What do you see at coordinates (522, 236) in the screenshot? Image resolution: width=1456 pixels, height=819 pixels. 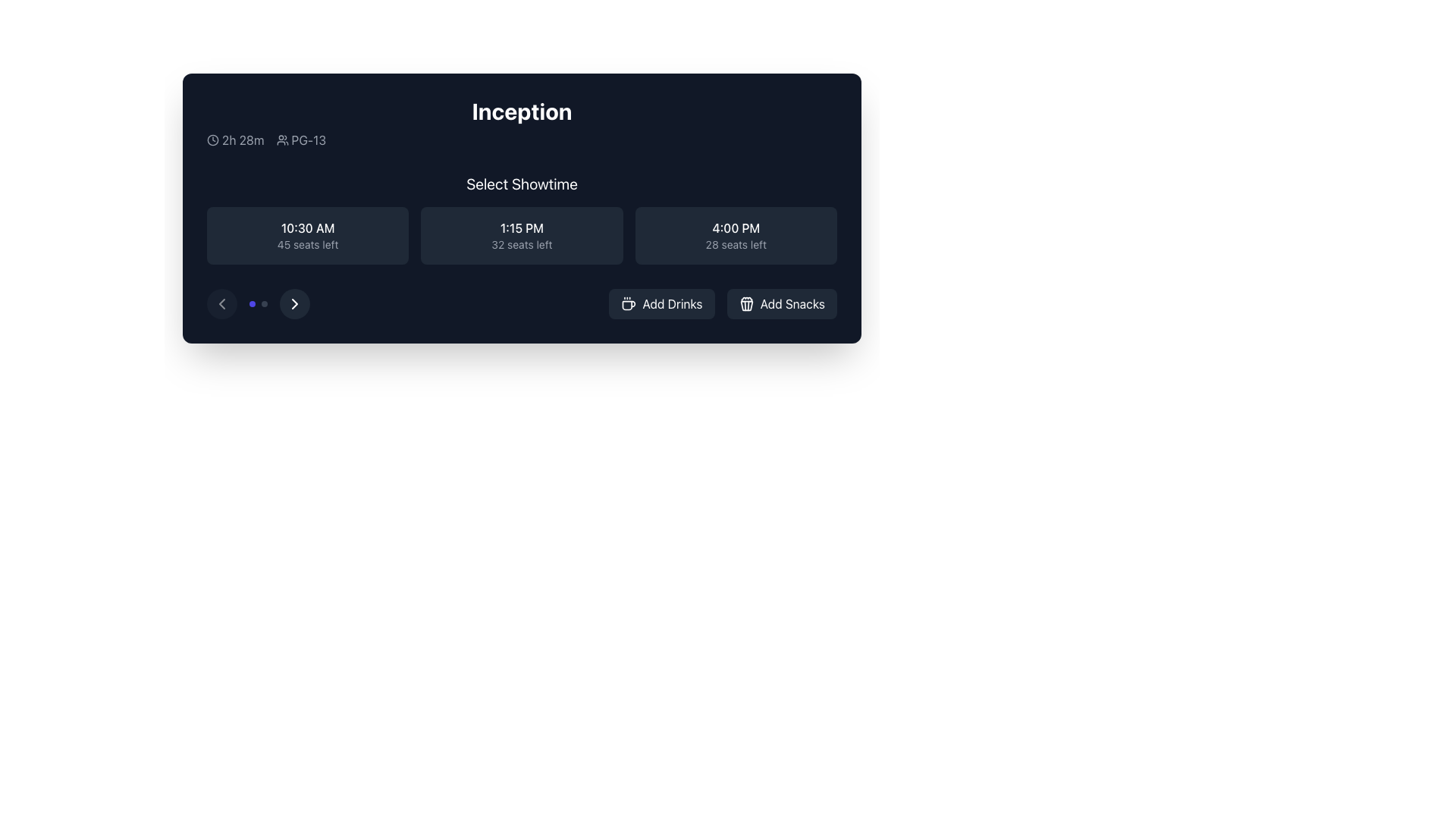 I see `the middle showtime button that displays the time and available seats, which is located under the 'Select Showtime' title` at bounding box center [522, 236].